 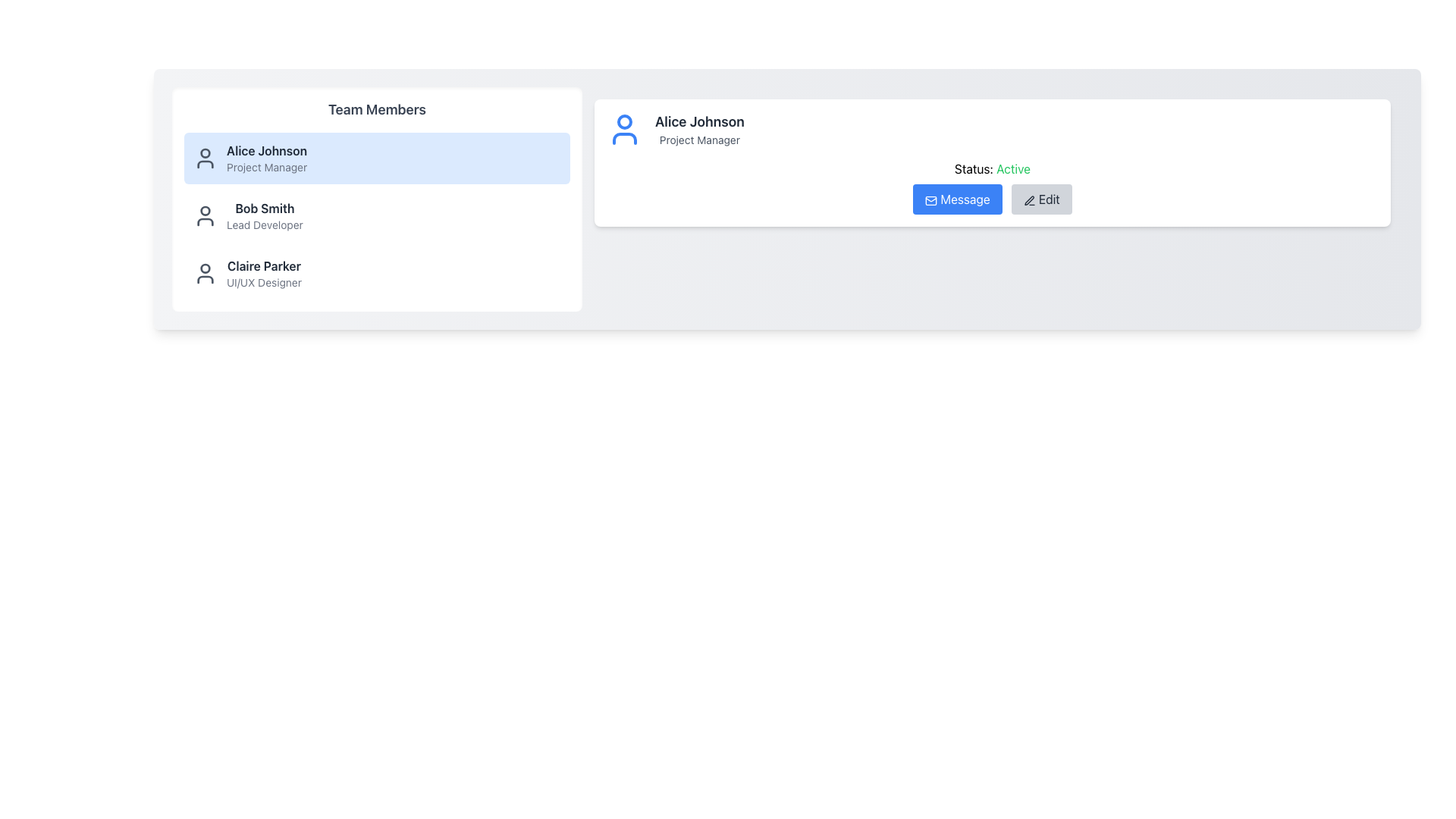 What do you see at coordinates (204, 216) in the screenshot?
I see `the user profile icon representing 'Bob Smith', which is a circular head with a semicircular body, located to the left of the text in the team member list` at bounding box center [204, 216].